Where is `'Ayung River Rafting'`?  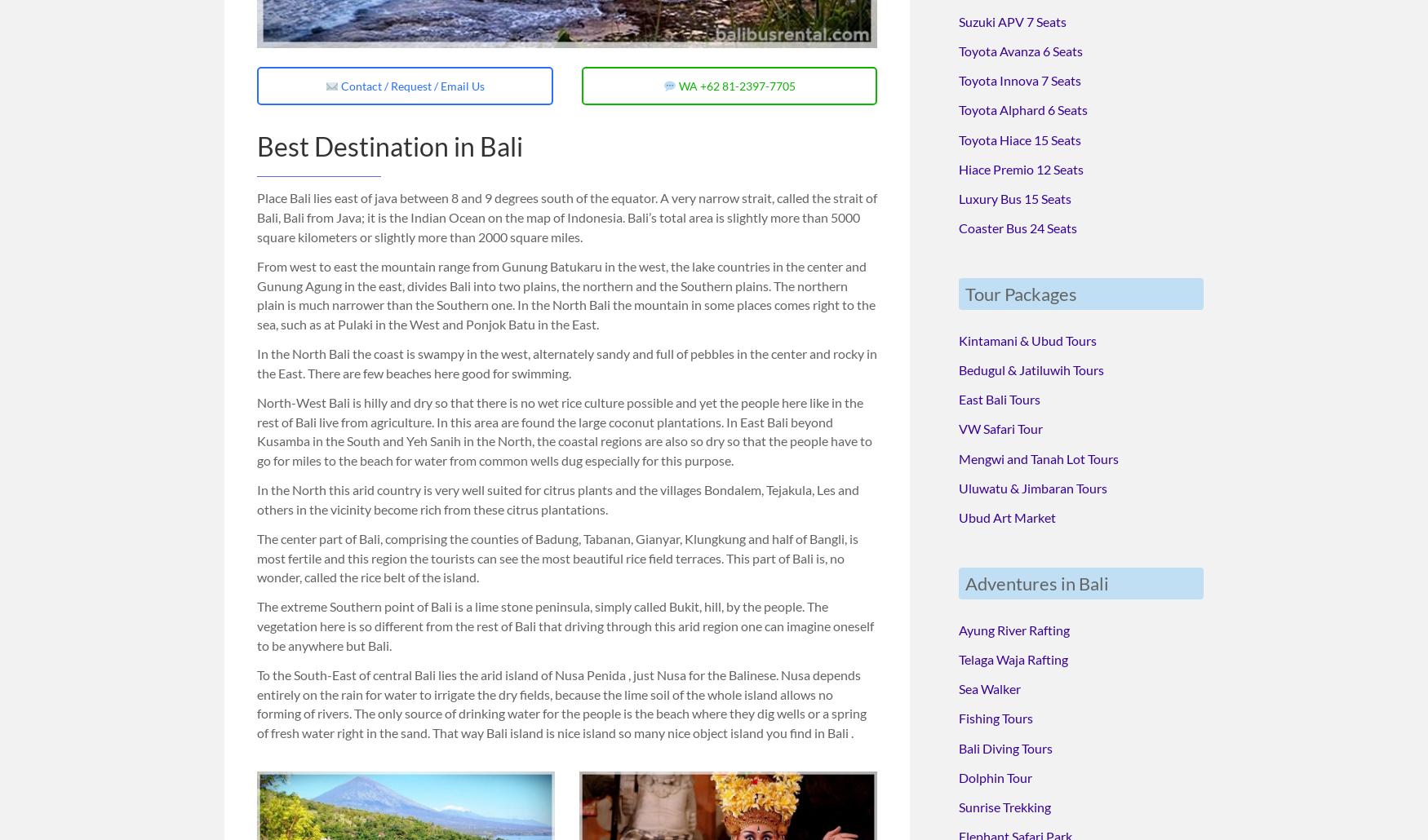
'Ayung River Rafting' is located at coordinates (1014, 626).